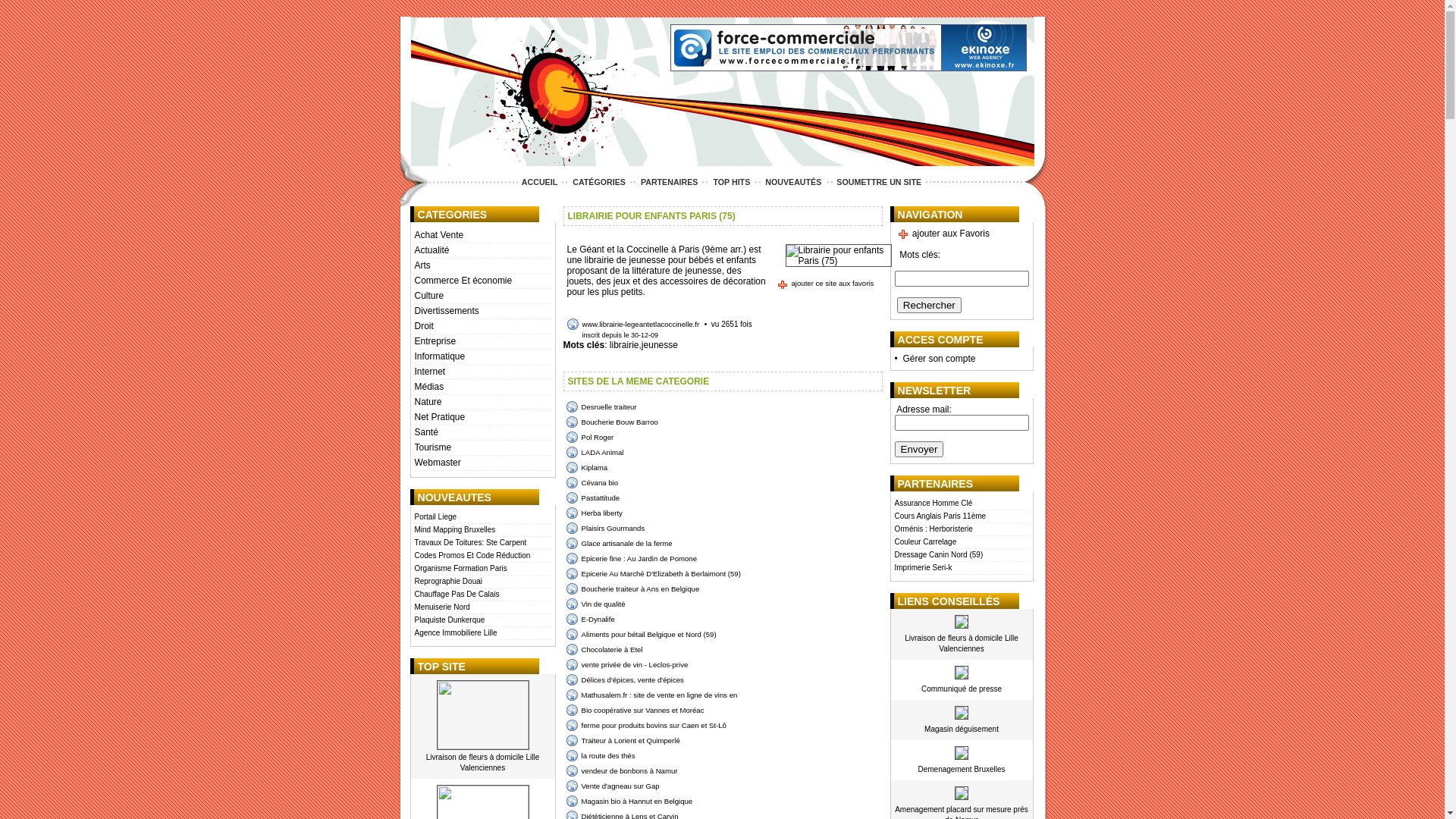 The width and height of the screenshot is (1456, 819). I want to click on 'Portail Liege', so click(414, 516).